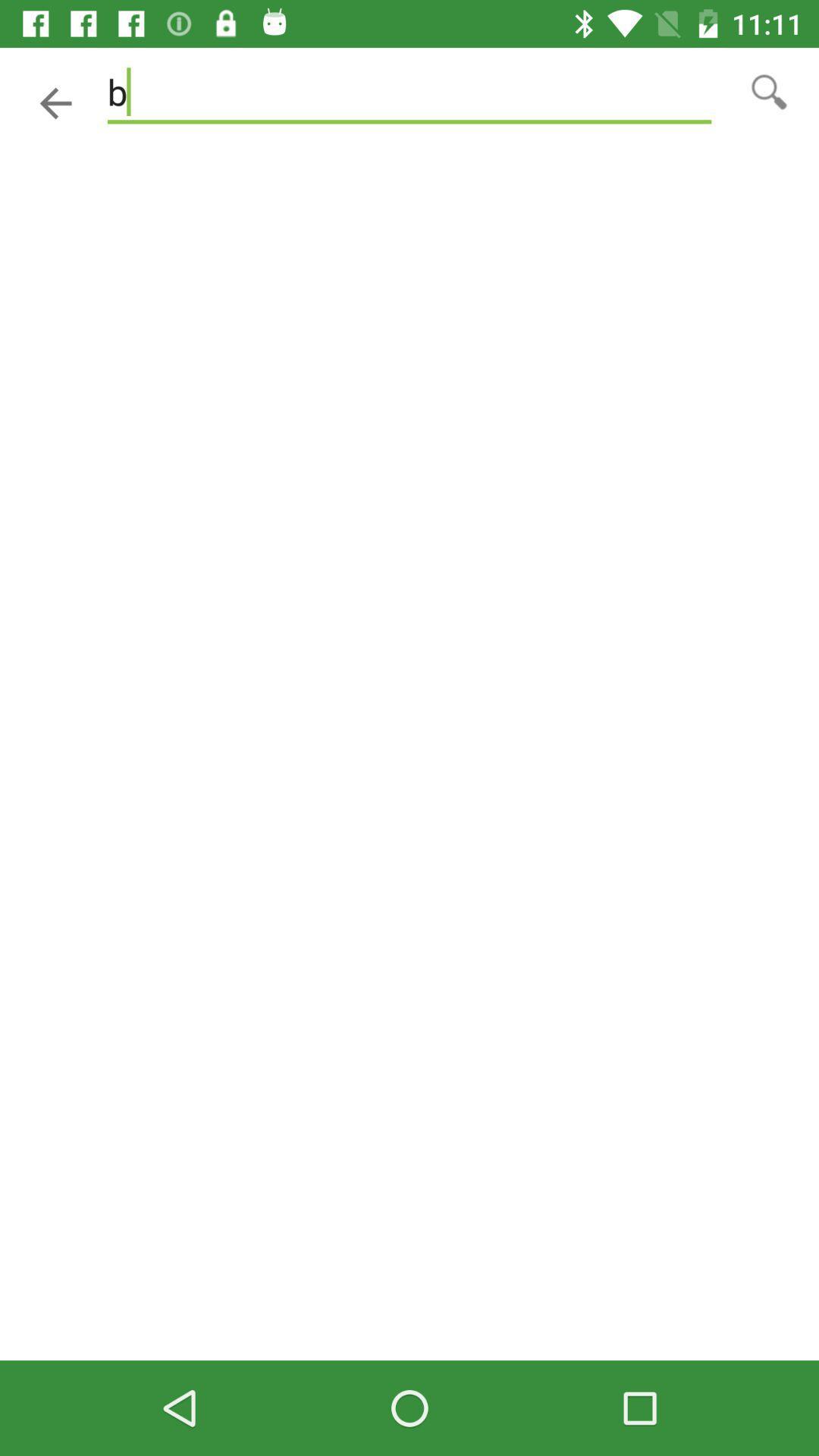  I want to click on the search icon, so click(769, 90).